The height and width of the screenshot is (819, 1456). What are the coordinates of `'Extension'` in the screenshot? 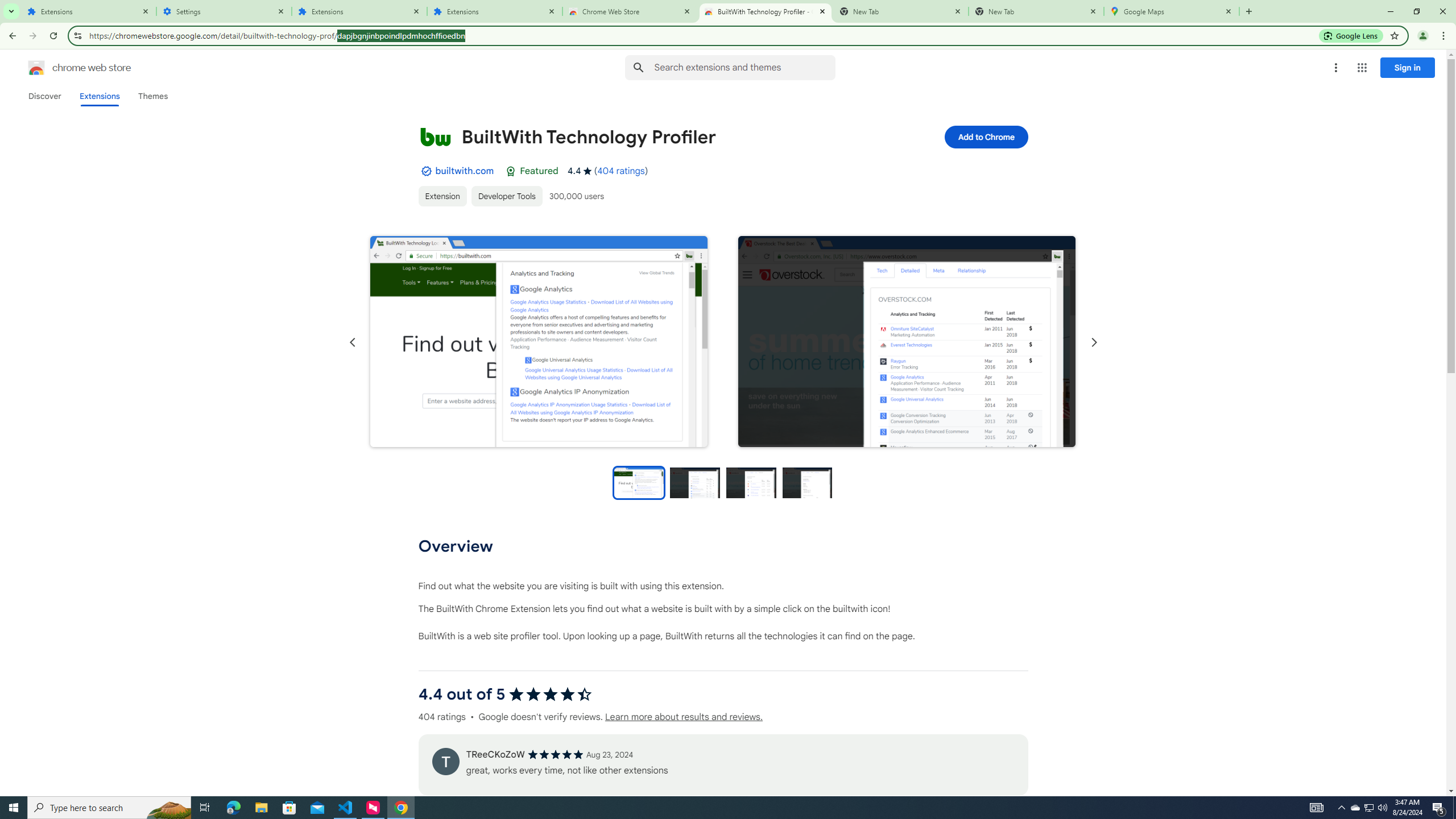 It's located at (442, 196).